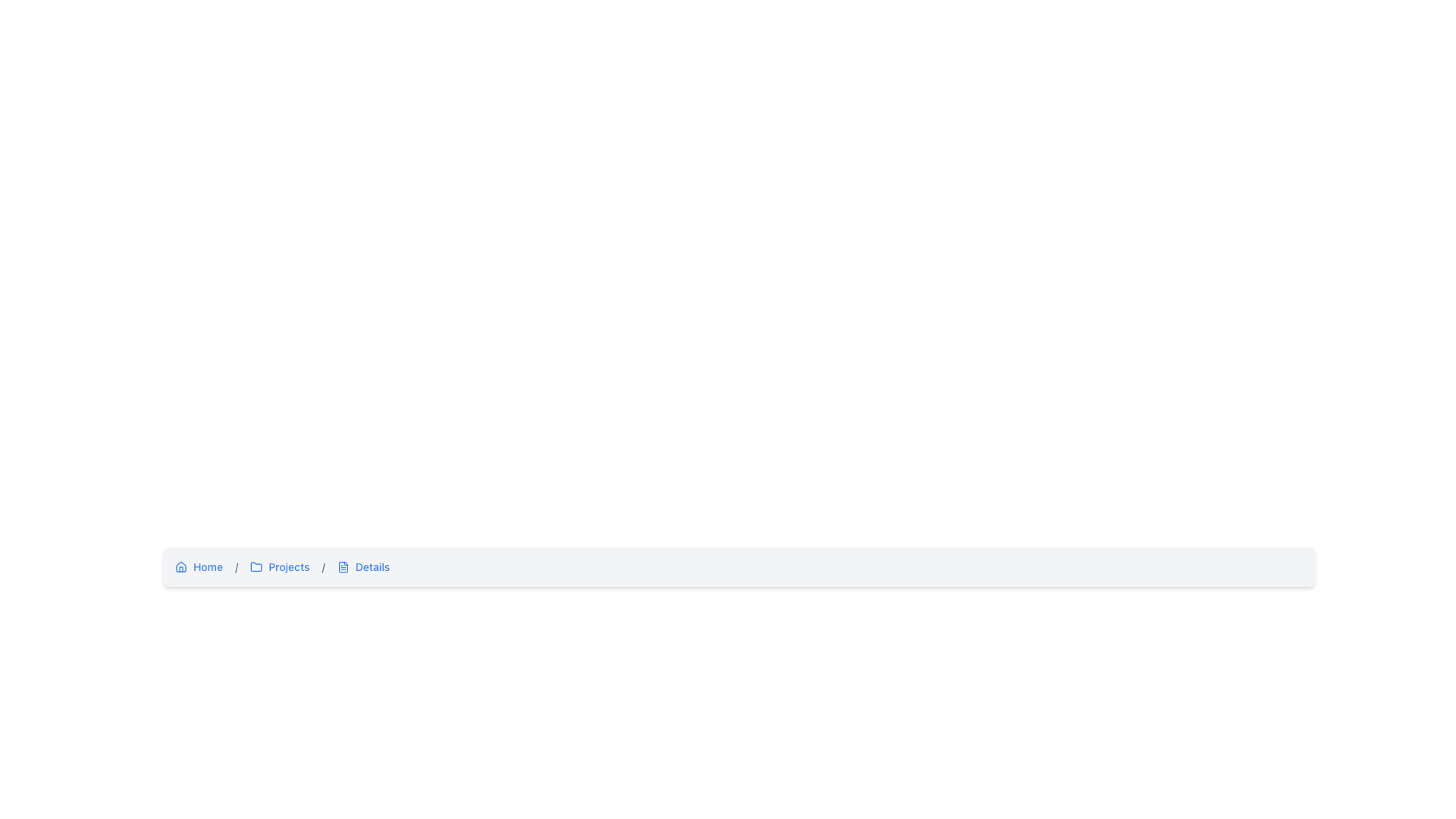  What do you see at coordinates (280, 567) in the screenshot?
I see `the 'Projects' breadcrumb link, which is styled in blue with a folder icon to its left` at bounding box center [280, 567].